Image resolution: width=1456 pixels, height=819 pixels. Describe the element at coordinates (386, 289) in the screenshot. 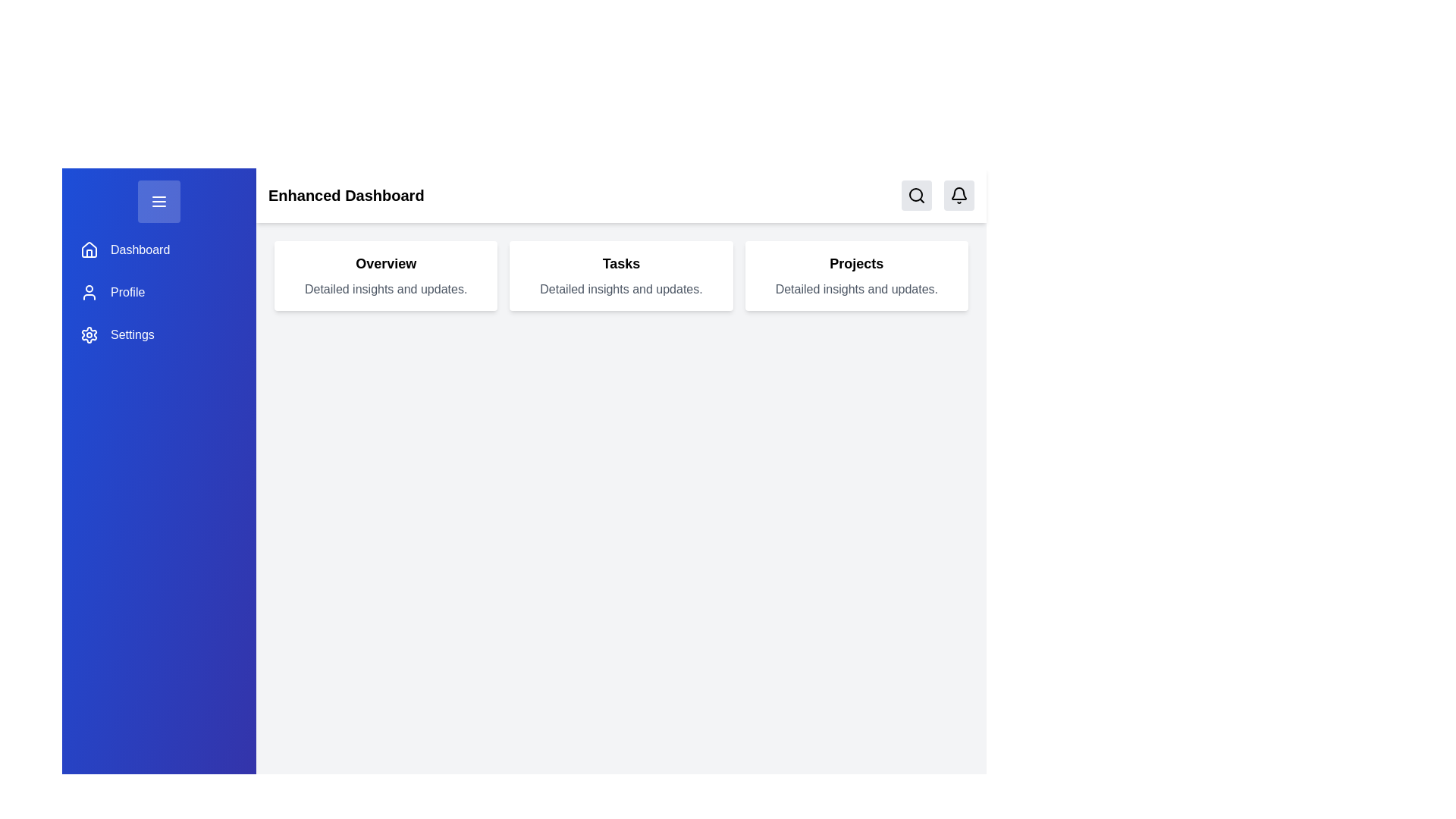

I see `text passage stating 'Detailed insights and updates.' which is styled in gray and located below the heading 'Overview' in the first card` at that location.